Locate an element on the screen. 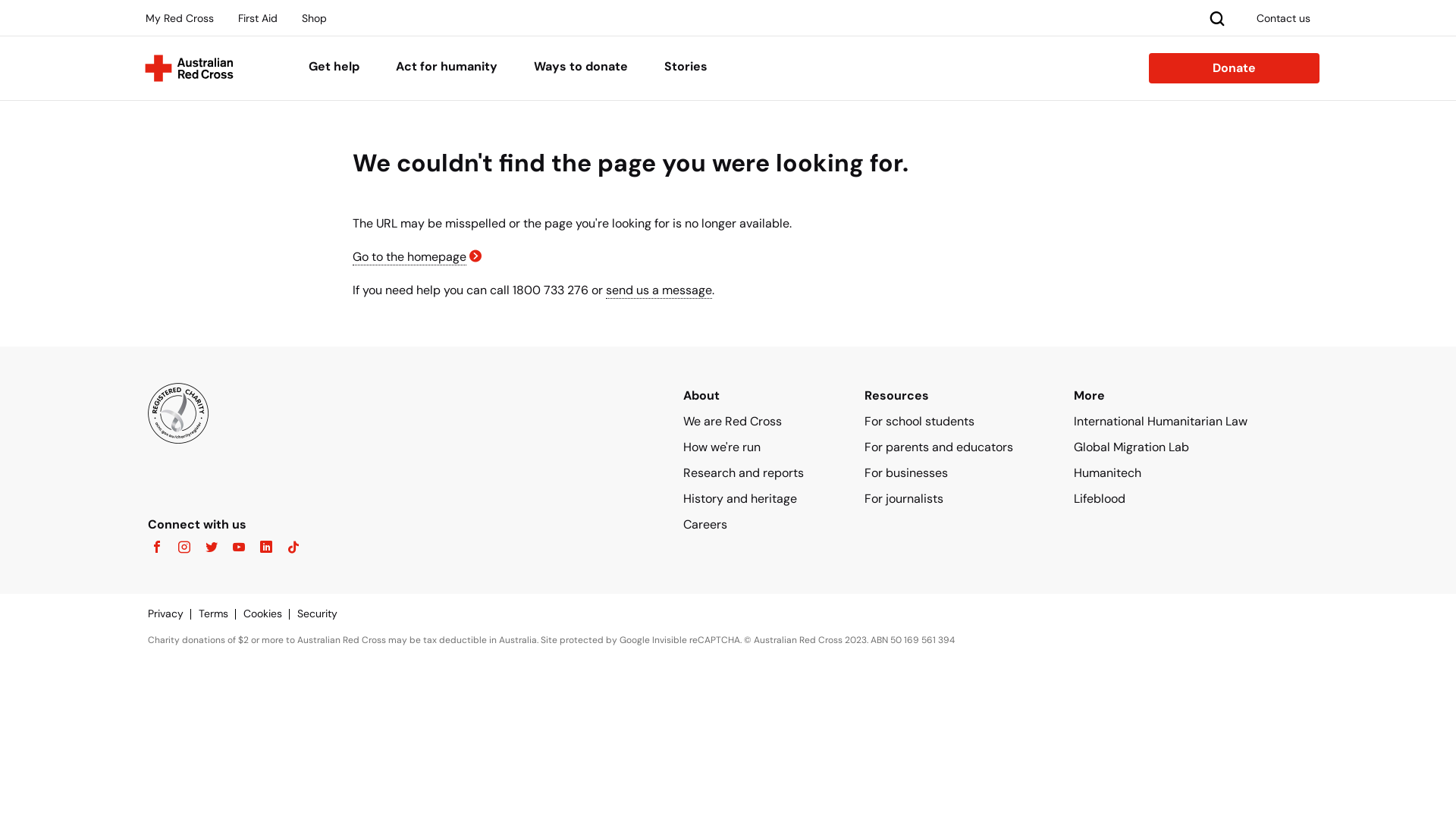  'For journalists' is located at coordinates (903, 498).